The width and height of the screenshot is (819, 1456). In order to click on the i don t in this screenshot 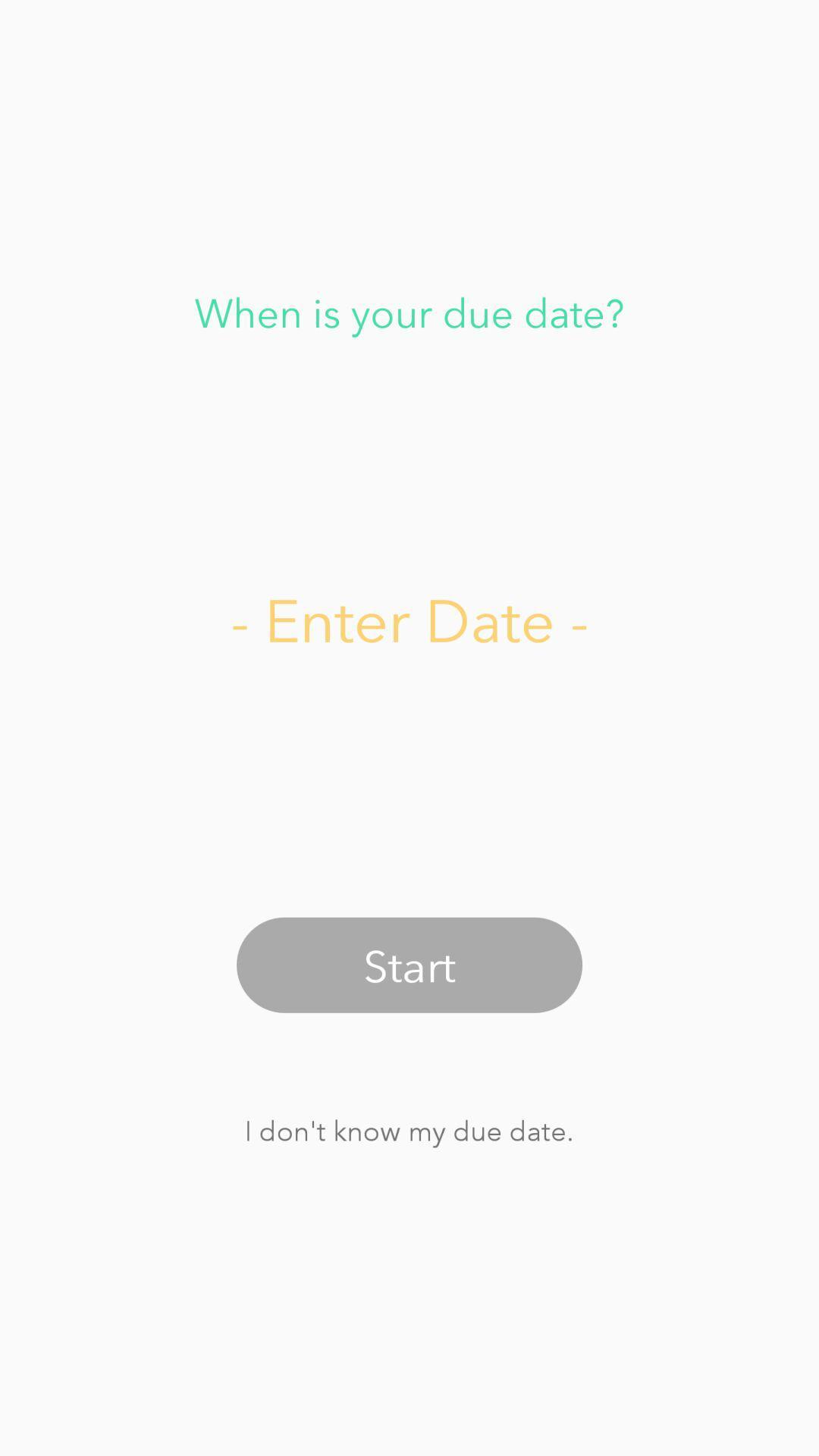, I will do `click(408, 1130)`.